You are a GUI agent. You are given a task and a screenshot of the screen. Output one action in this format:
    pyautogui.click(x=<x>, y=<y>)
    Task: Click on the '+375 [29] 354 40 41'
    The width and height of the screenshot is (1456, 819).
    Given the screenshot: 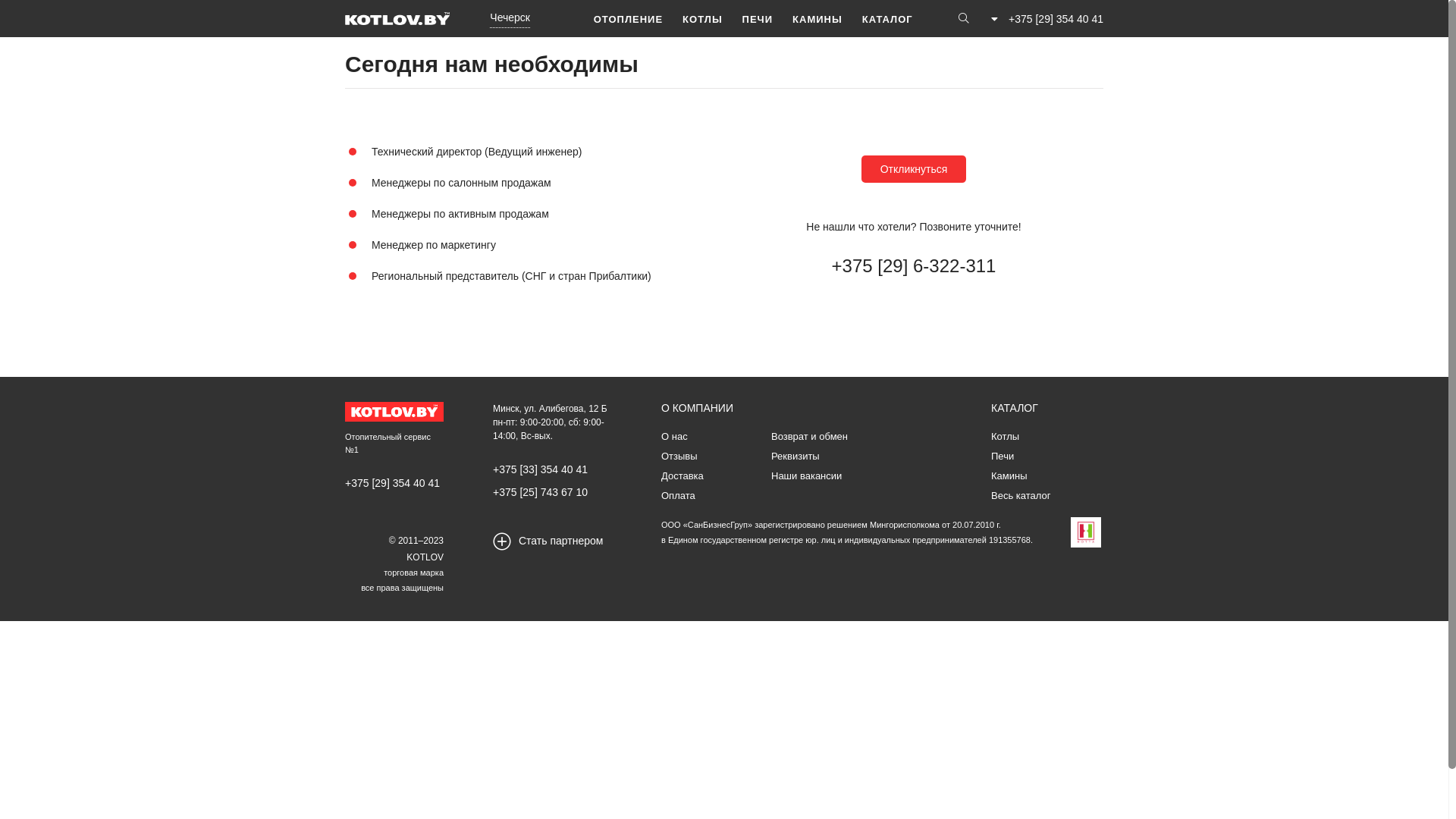 What is the action you would take?
    pyautogui.click(x=392, y=482)
    